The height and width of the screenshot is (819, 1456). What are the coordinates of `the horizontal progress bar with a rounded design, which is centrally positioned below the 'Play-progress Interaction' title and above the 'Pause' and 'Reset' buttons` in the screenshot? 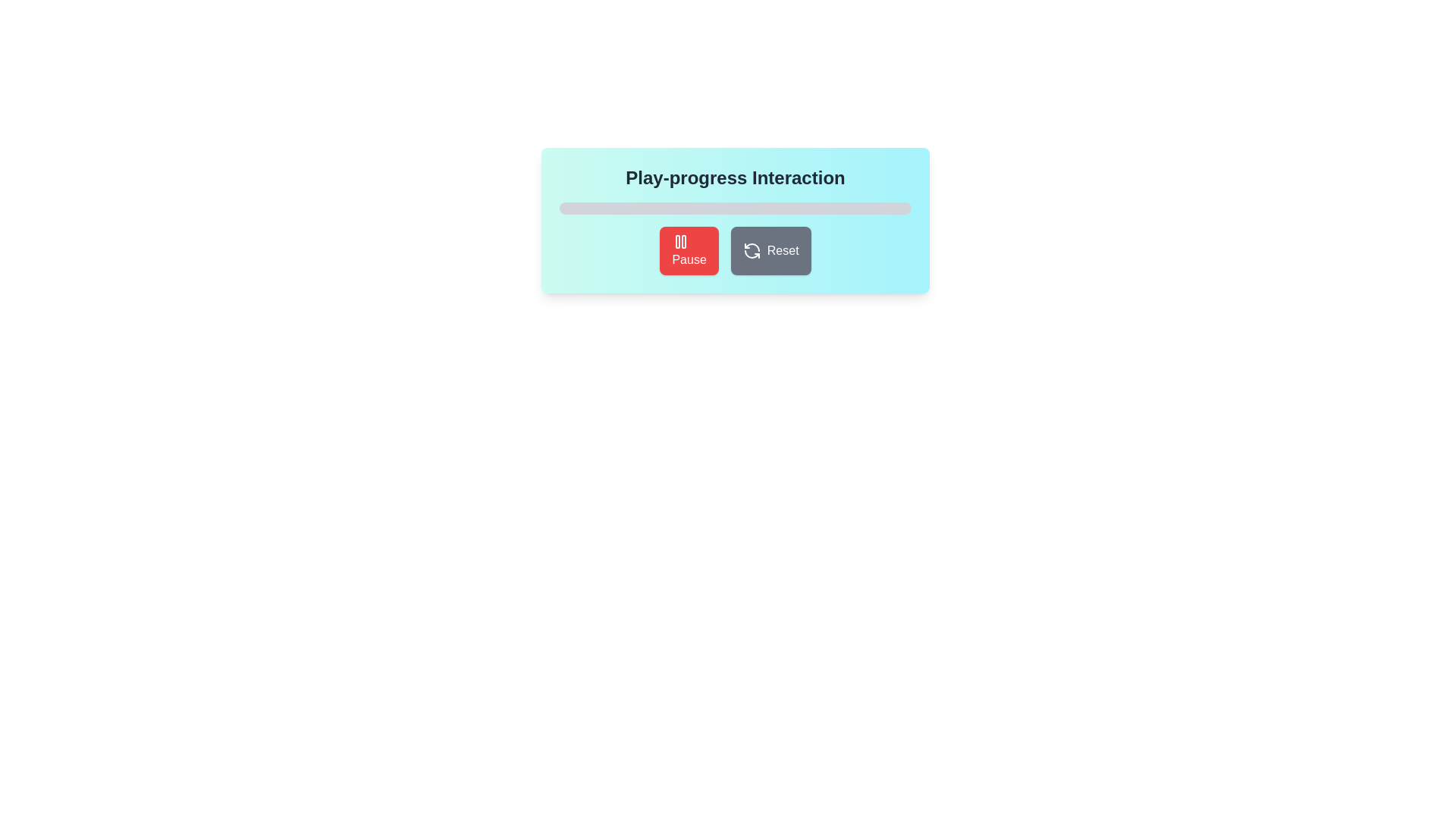 It's located at (735, 208).